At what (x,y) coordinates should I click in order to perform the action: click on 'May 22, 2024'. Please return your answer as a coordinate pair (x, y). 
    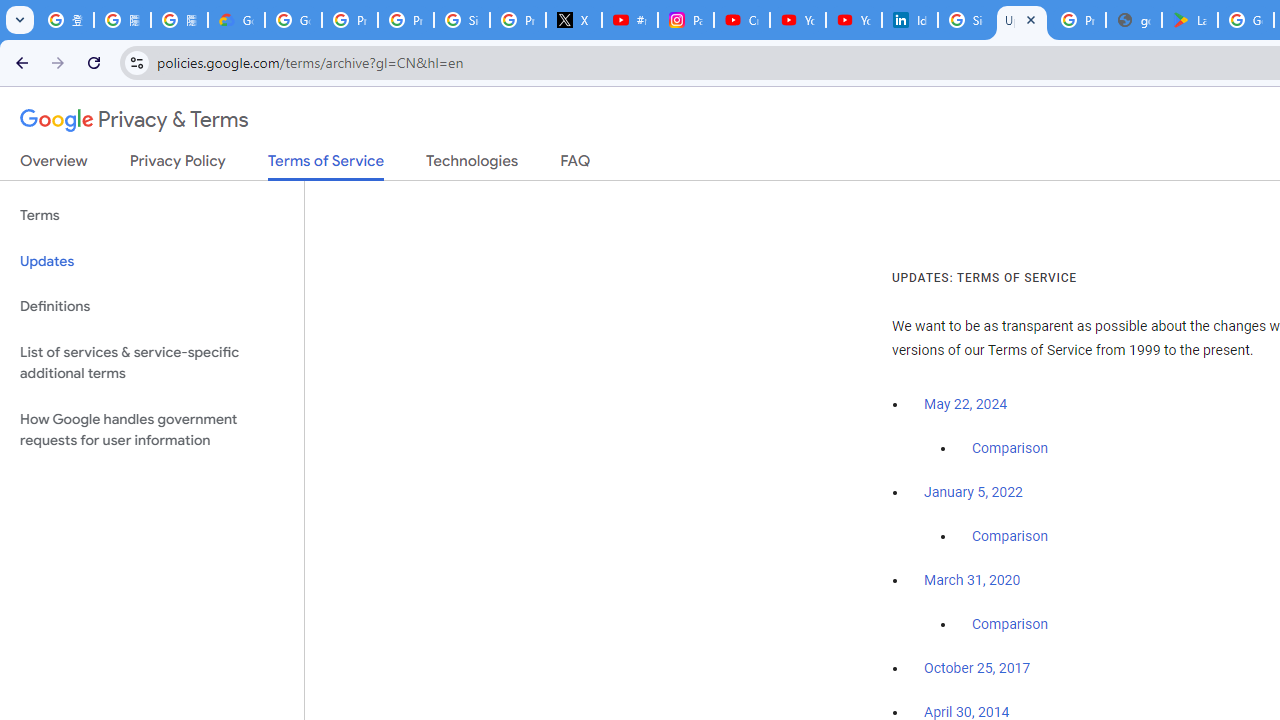
    Looking at the image, I should click on (966, 405).